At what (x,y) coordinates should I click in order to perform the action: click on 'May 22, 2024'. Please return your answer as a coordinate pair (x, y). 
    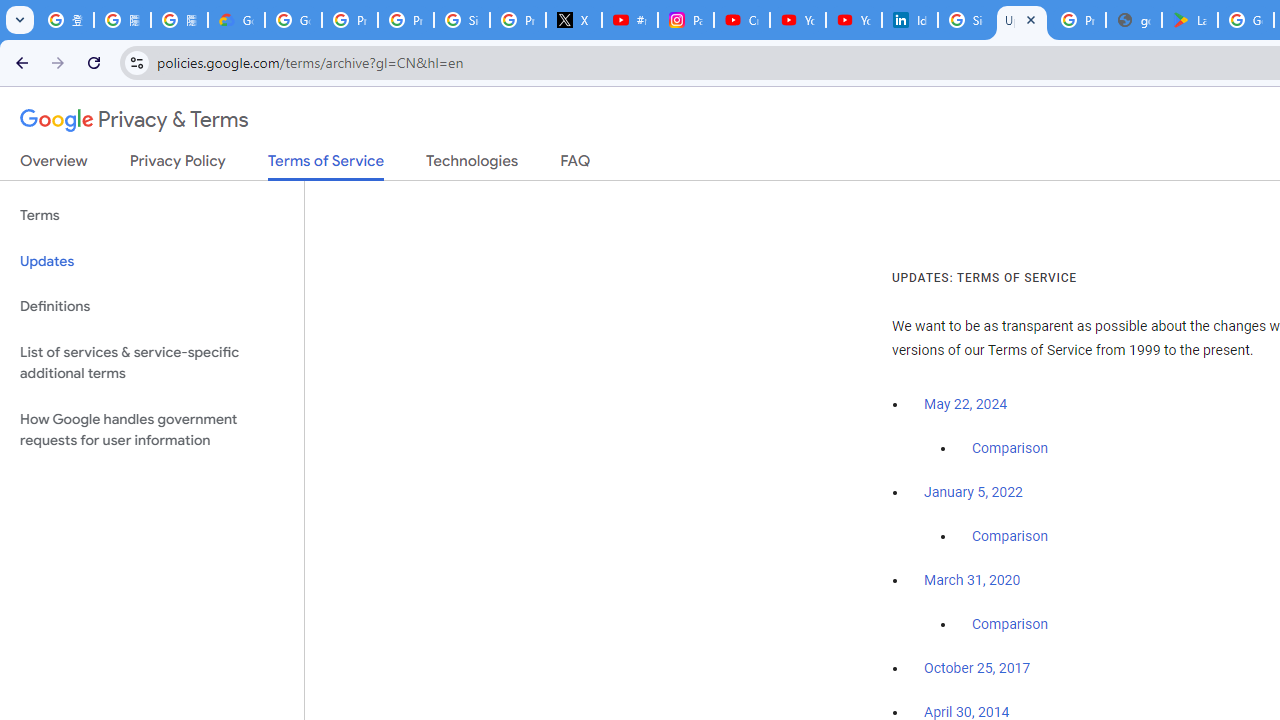
    Looking at the image, I should click on (966, 405).